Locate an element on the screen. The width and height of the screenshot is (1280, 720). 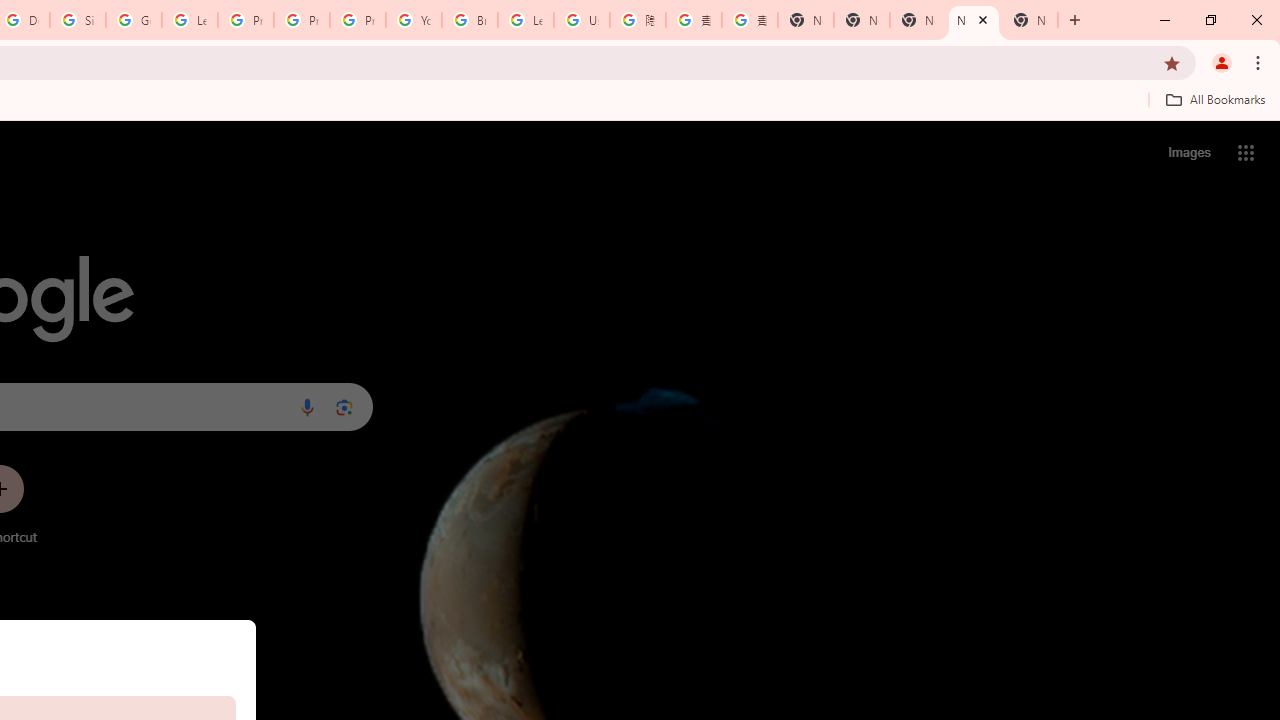
'Sign in - Google Accounts' is located at coordinates (78, 20).